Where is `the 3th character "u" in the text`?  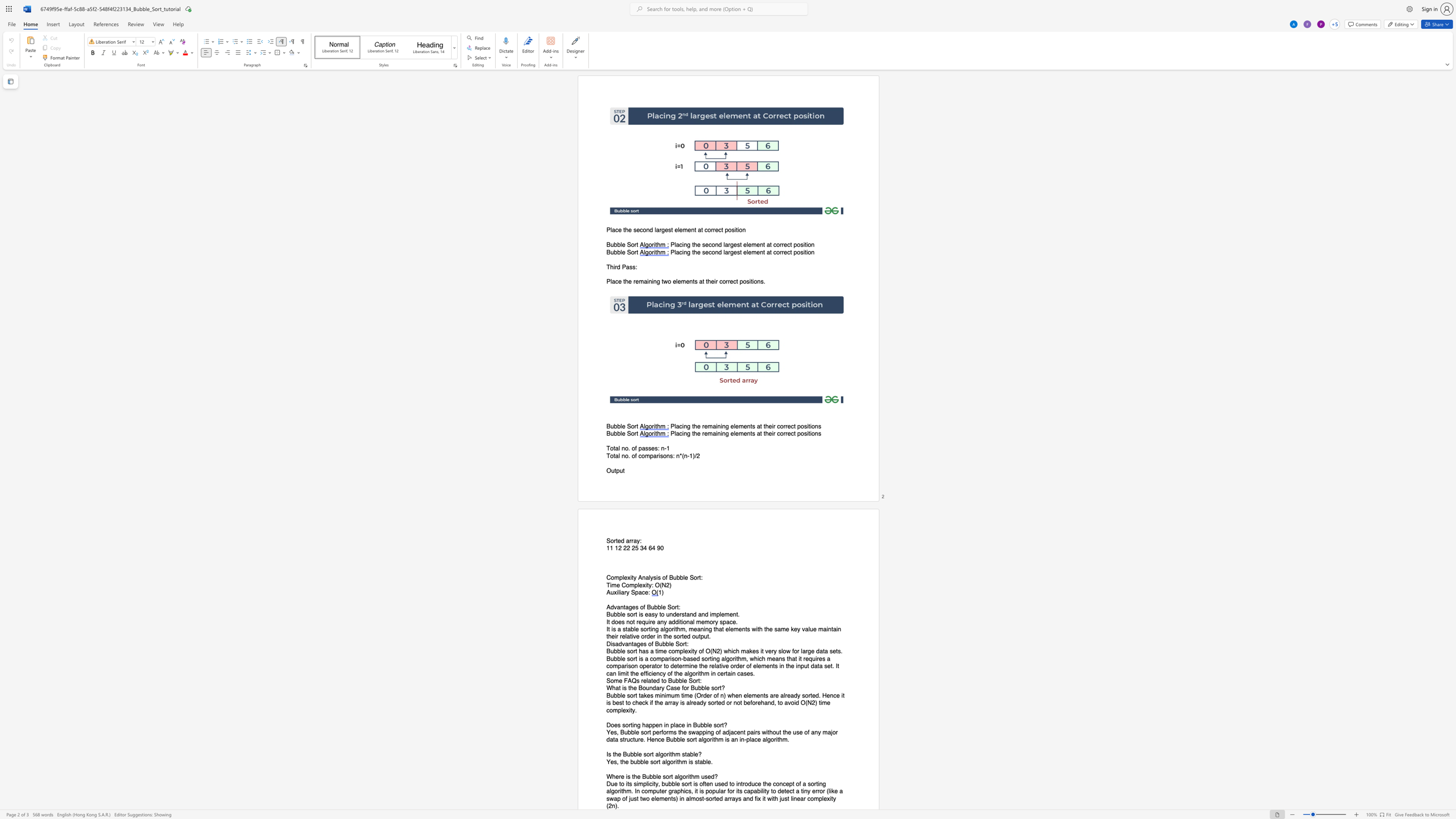 the 3th character "u" in the text is located at coordinates (716, 784).